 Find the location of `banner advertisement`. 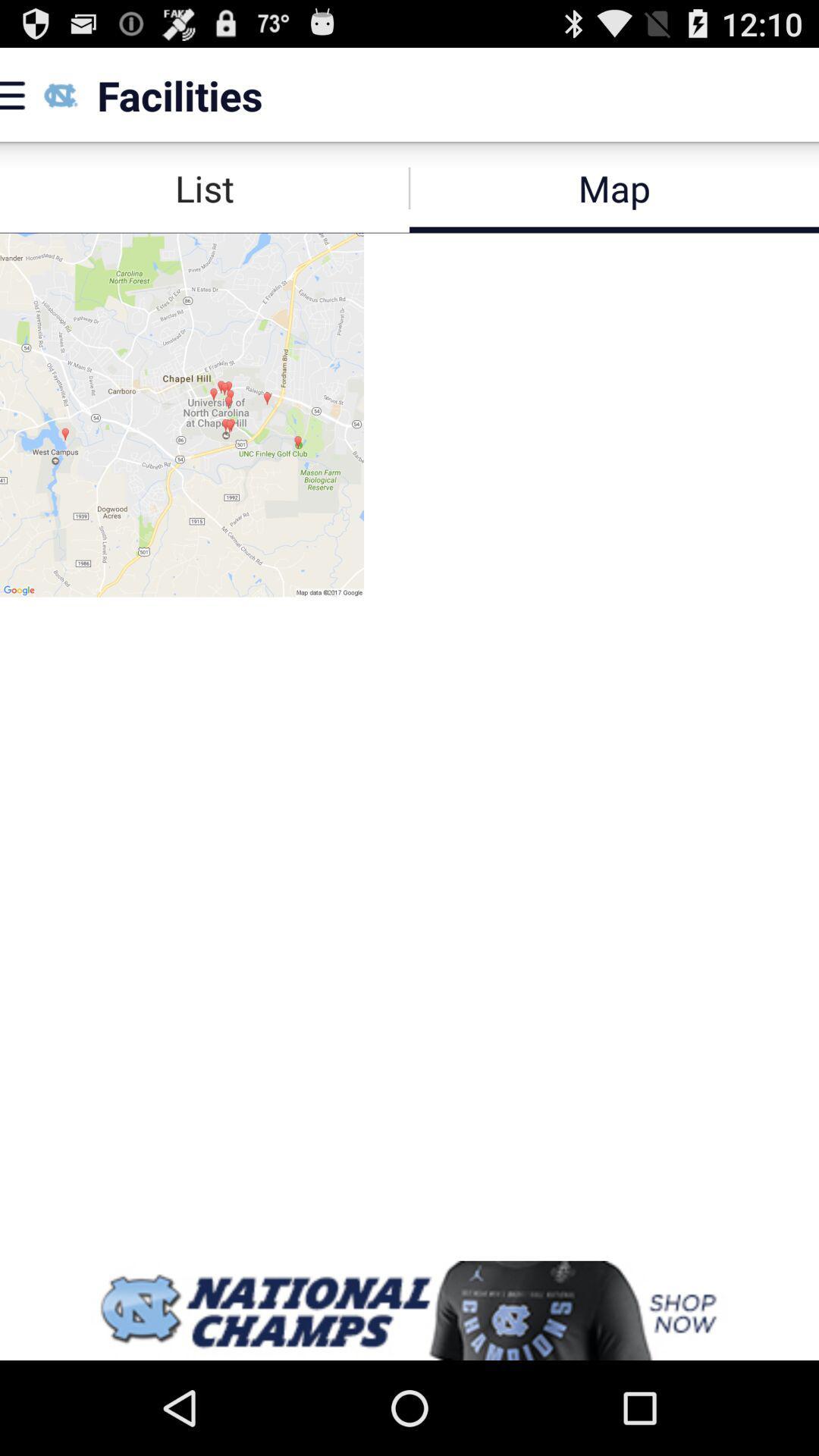

banner advertisement is located at coordinates (409, 1310).